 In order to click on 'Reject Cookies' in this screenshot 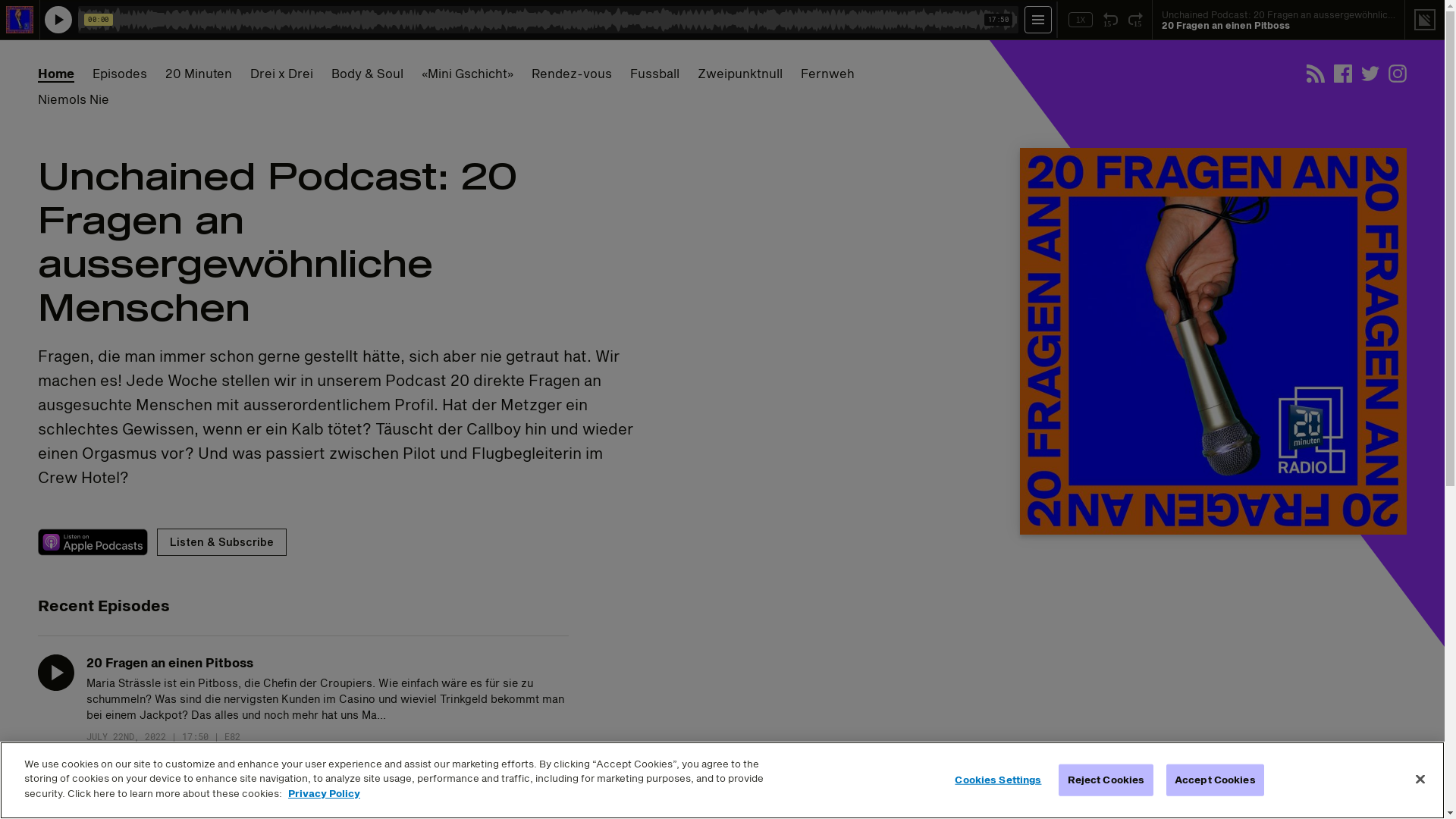, I will do `click(1106, 780)`.